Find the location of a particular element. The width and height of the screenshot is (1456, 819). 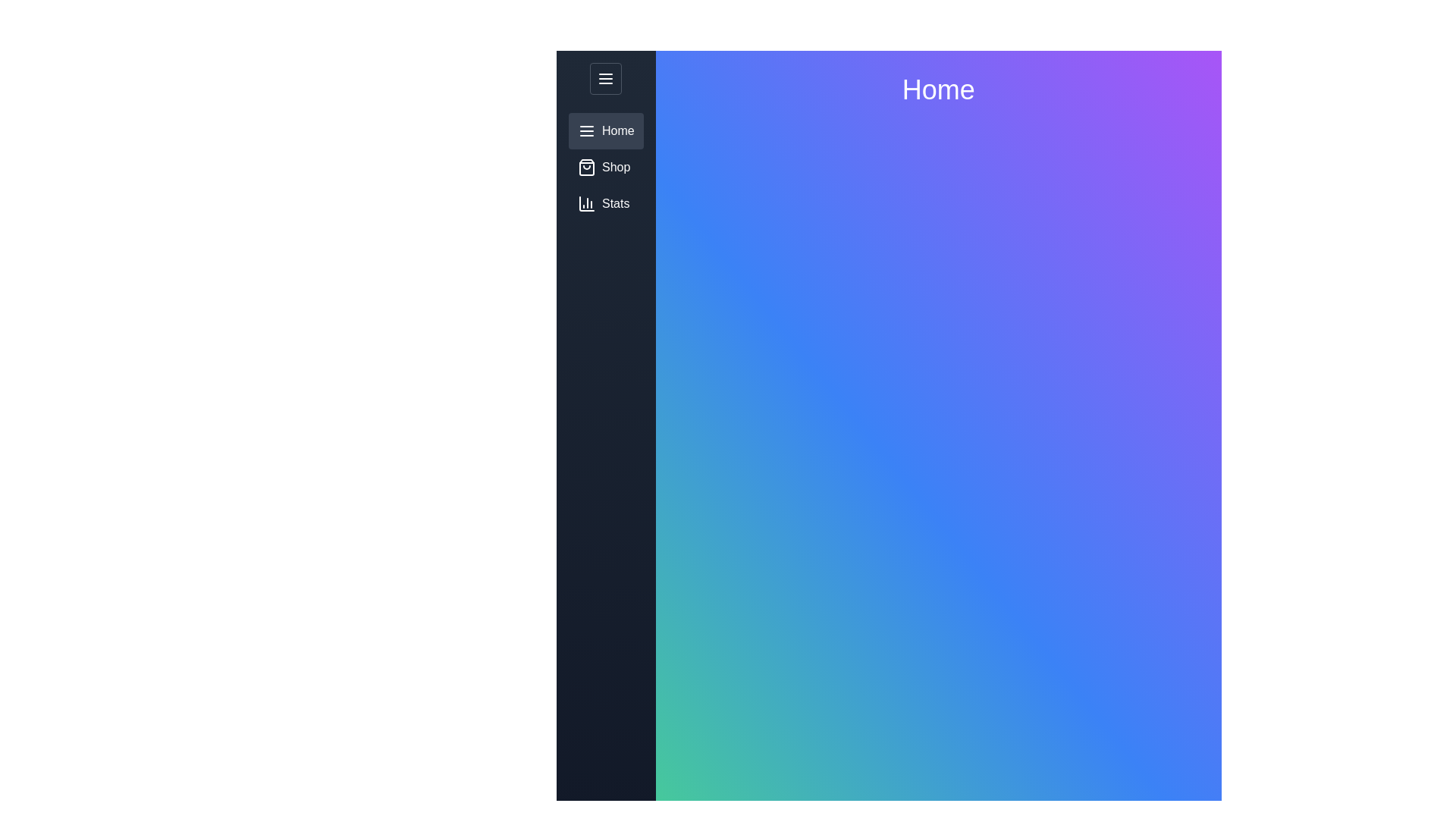

the menu item 'Shop' by clicking on its respective option is located at coordinates (604, 167).